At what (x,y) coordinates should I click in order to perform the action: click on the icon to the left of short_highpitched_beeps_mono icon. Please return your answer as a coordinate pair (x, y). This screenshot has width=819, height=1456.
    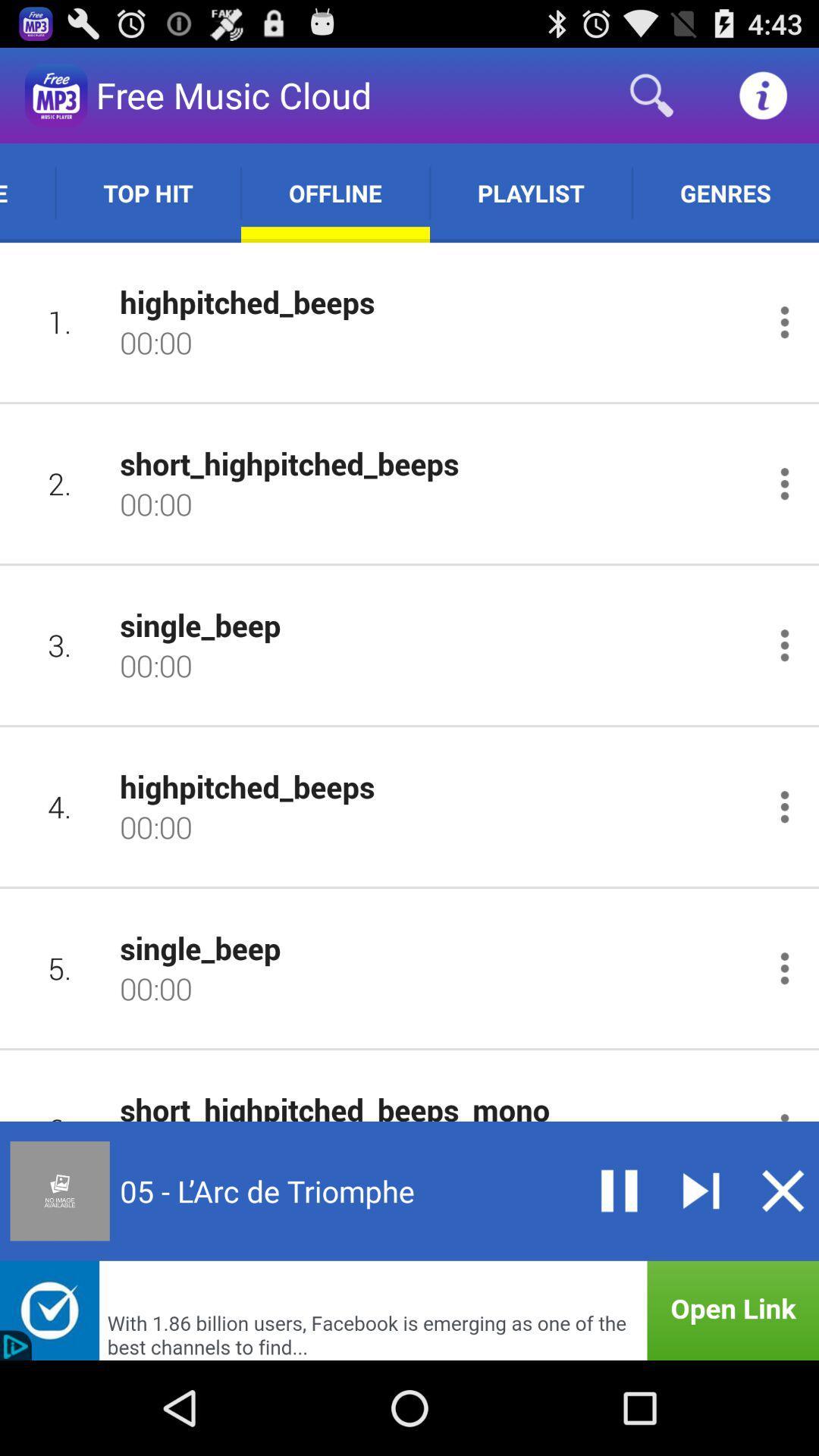
    Looking at the image, I should click on (59, 1100).